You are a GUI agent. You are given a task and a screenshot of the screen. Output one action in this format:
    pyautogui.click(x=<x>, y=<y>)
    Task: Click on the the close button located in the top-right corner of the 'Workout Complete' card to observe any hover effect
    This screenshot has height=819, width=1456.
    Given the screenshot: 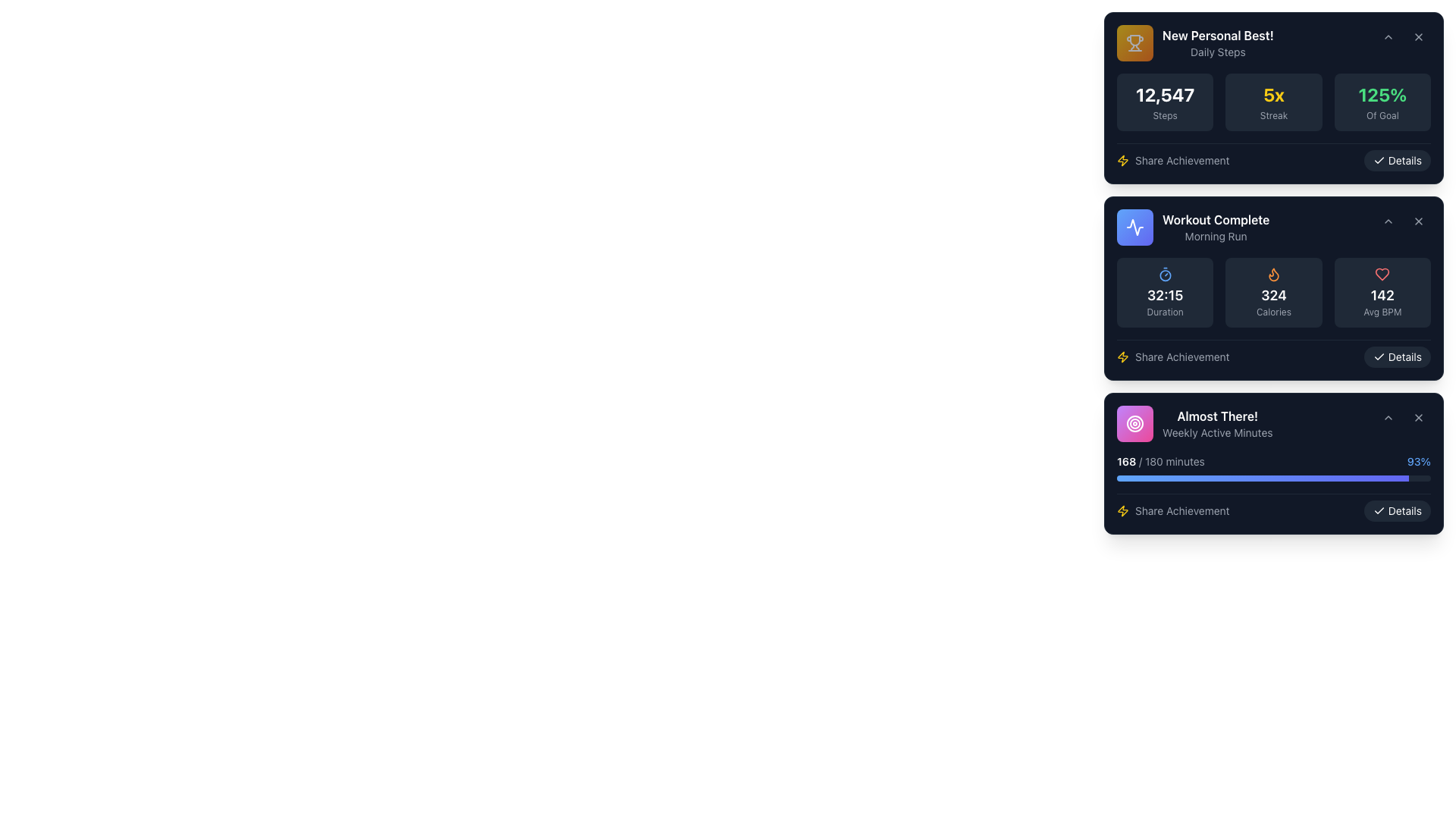 What is the action you would take?
    pyautogui.click(x=1418, y=221)
    